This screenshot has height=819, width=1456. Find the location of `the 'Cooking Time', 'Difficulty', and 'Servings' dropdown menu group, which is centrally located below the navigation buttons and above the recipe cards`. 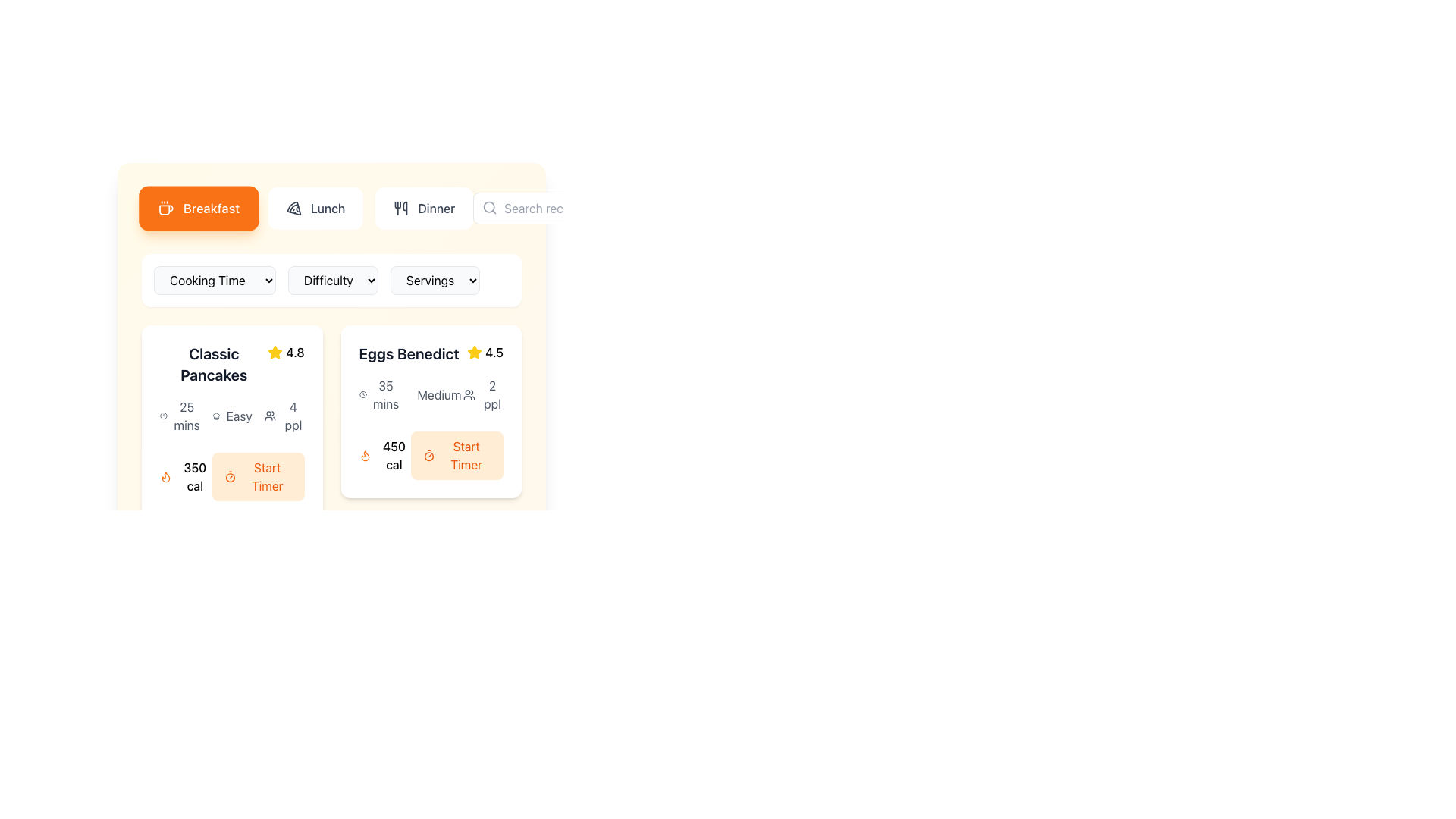

the 'Cooking Time', 'Difficulty', and 'Servings' dropdown menu group, which is centrally located below the navigation buttons and above the recipe cards is located at coordinates (331, 281).